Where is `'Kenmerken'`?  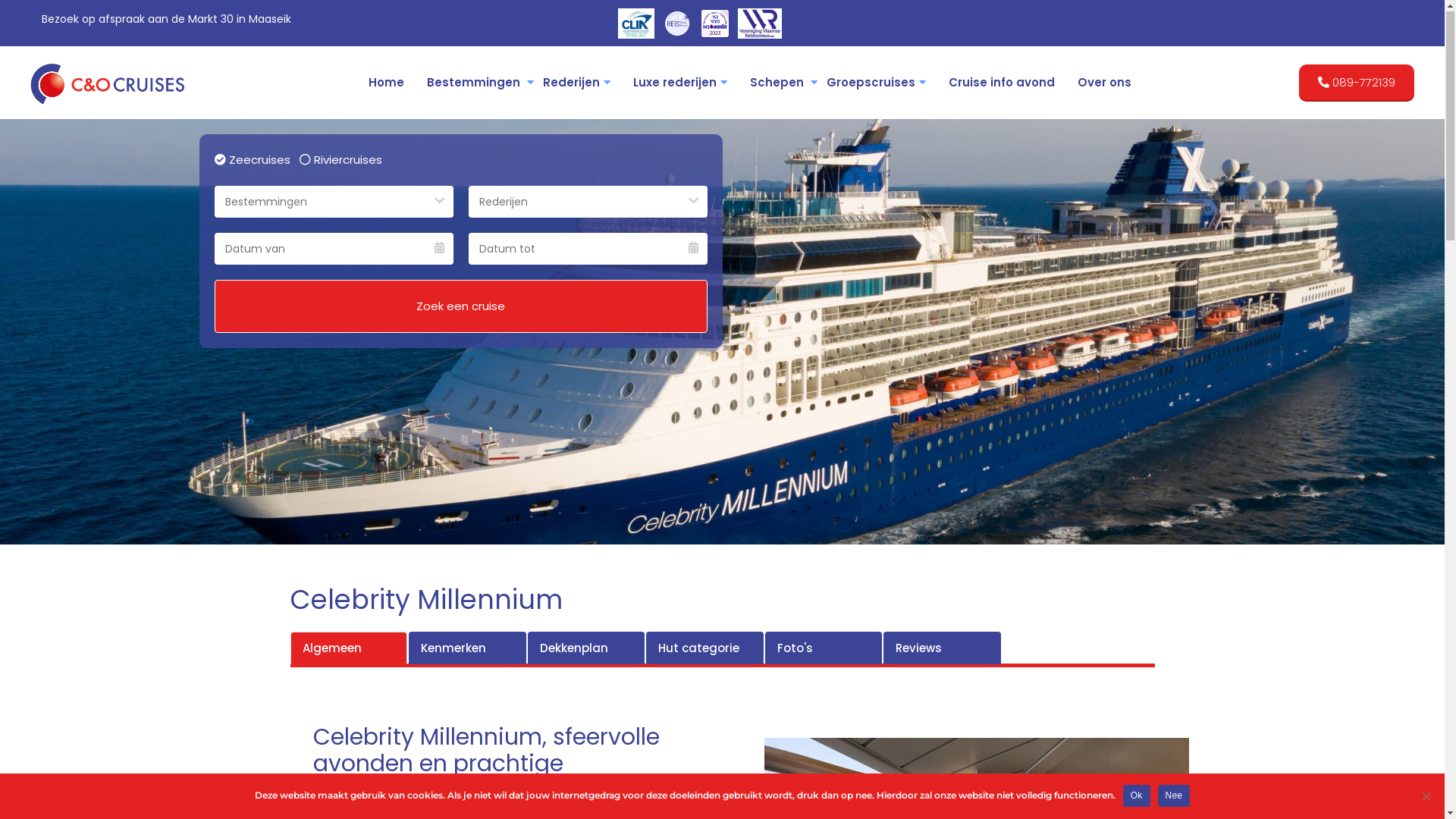 'Kenmerken' is located at coordinates (466, 648).